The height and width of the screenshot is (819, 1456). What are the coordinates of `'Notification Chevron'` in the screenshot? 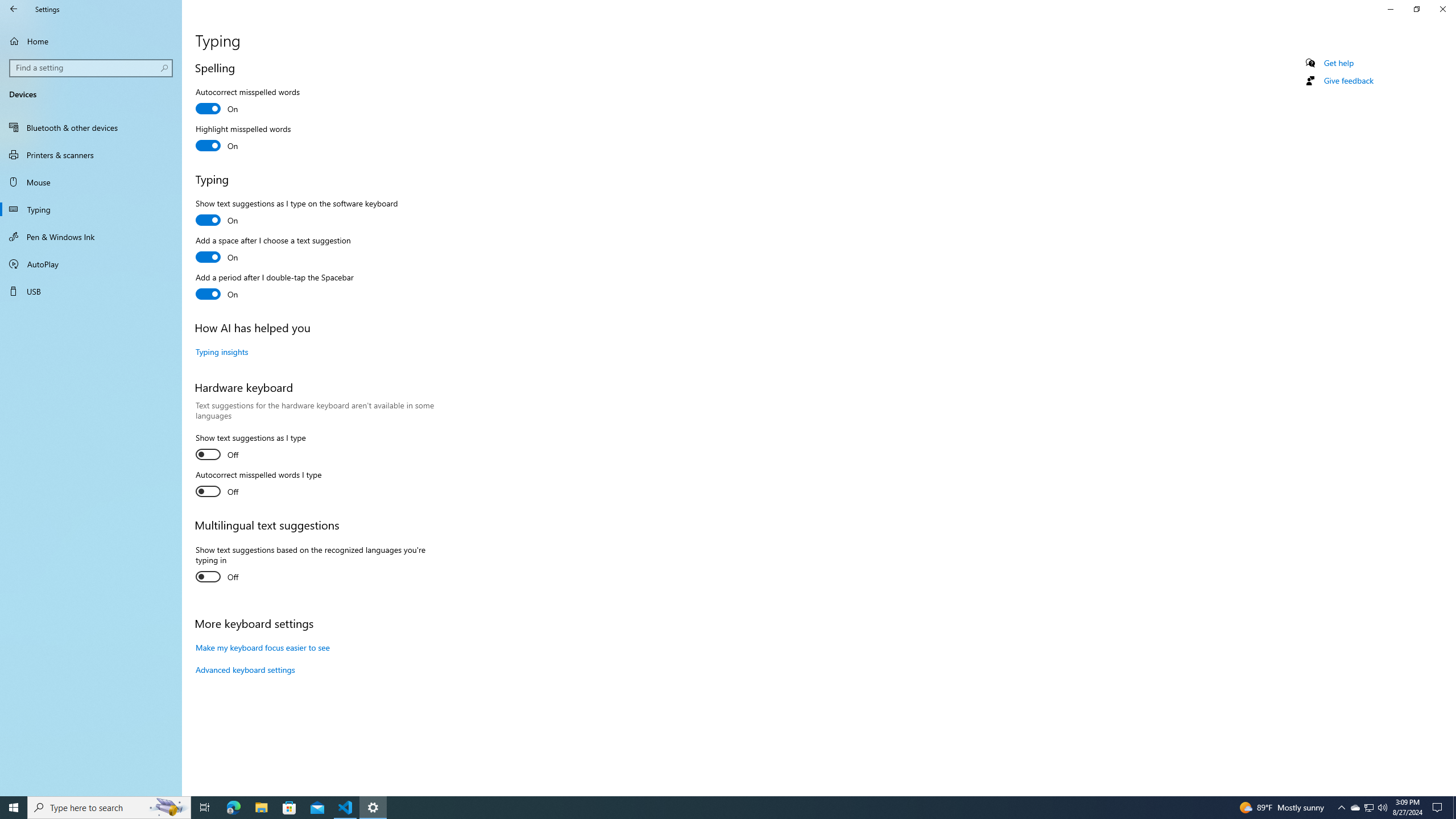 It's located at (1342, 806).